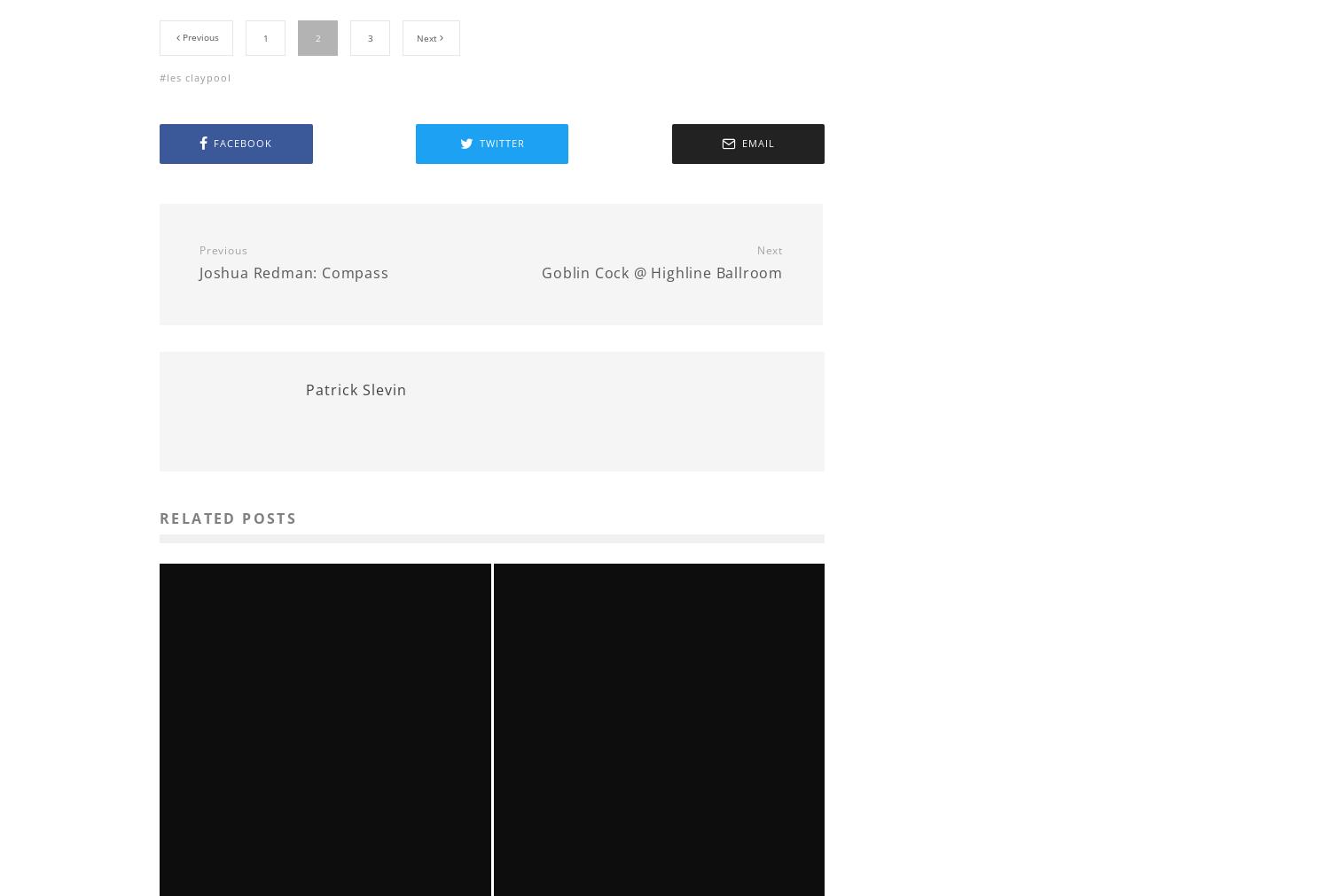  I want to click on 'les claypool', so click(198, 75).